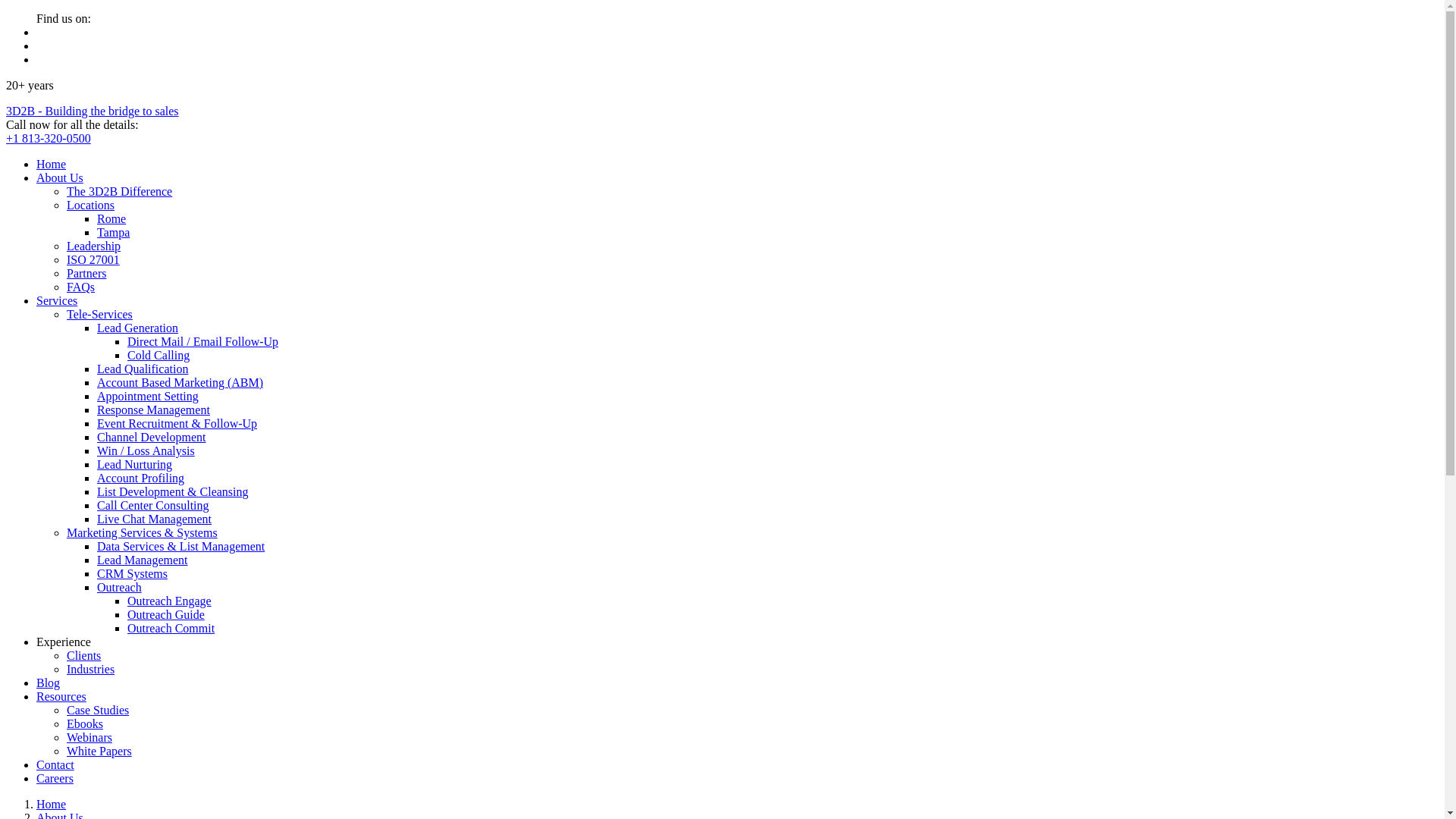 The height and width of the screenshot is (819, 1456). I want to click on 'Home', so click(51, 803).